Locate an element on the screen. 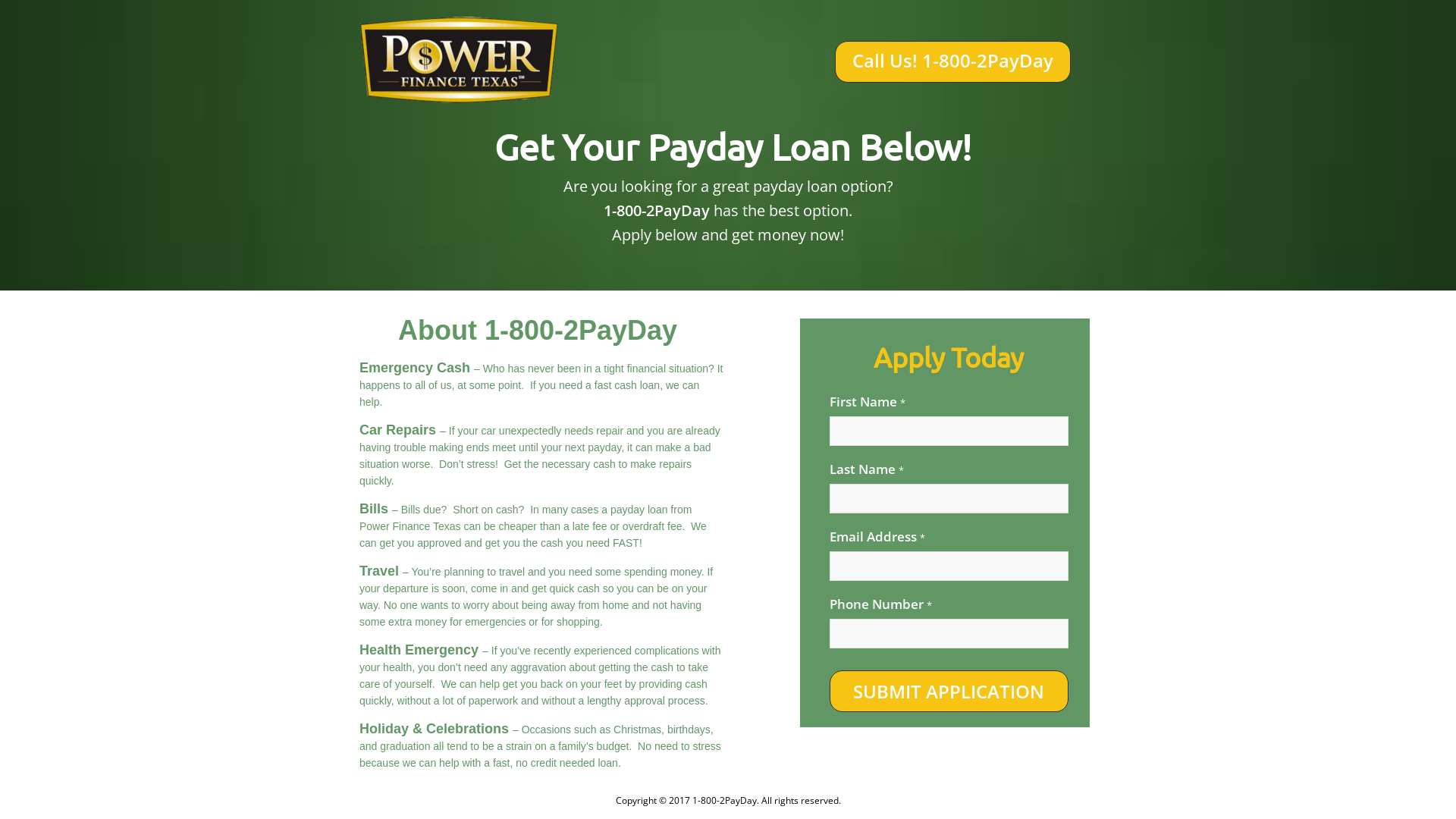  'tax' is located at coordinates (459, 61).